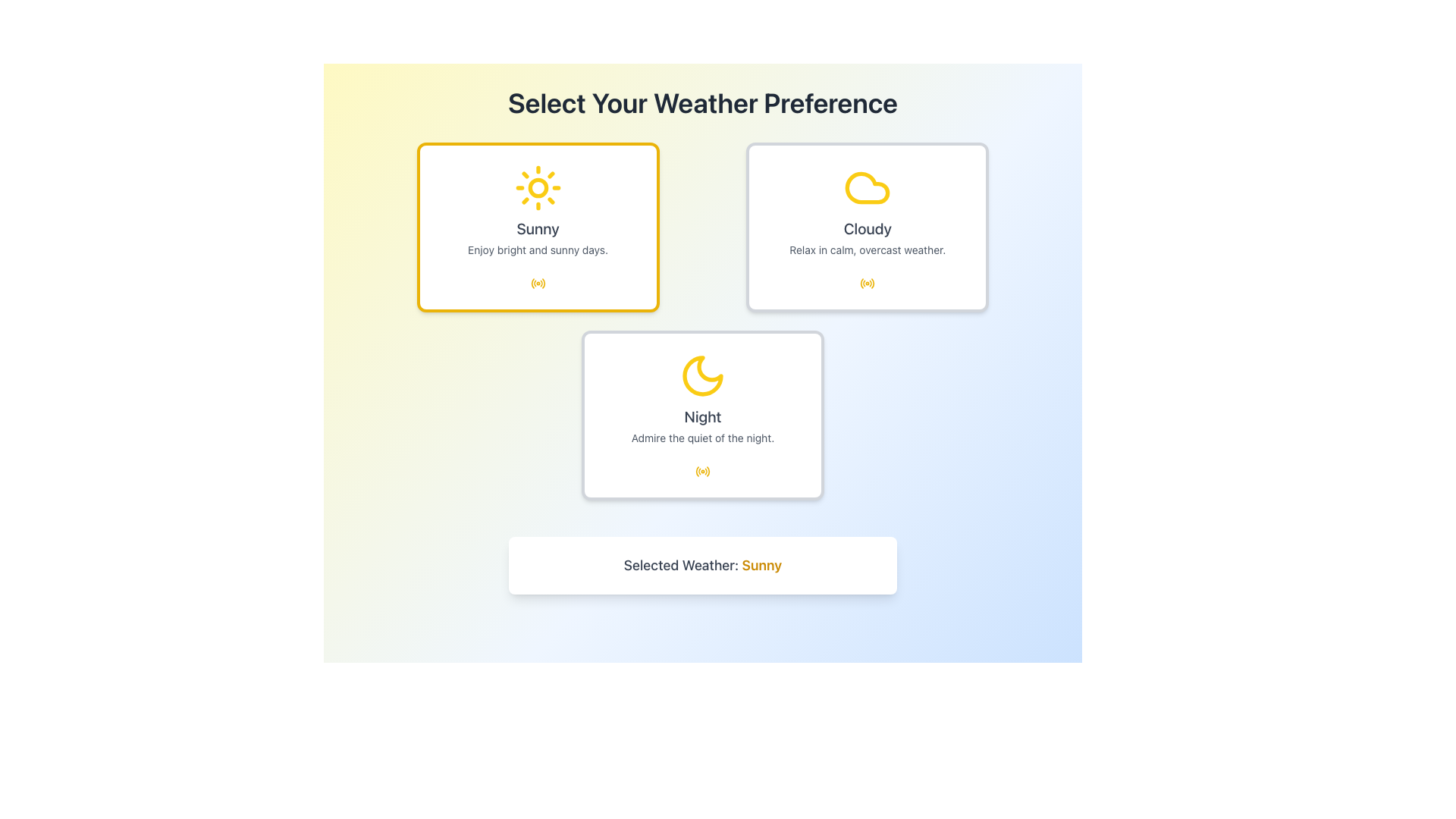  I want to click on the text line that reads 'Relax in calm, overcast weather.' which is the second text line in the 'Cloudy' card section located in the top right quadrant of the interface, so click(868, 249).